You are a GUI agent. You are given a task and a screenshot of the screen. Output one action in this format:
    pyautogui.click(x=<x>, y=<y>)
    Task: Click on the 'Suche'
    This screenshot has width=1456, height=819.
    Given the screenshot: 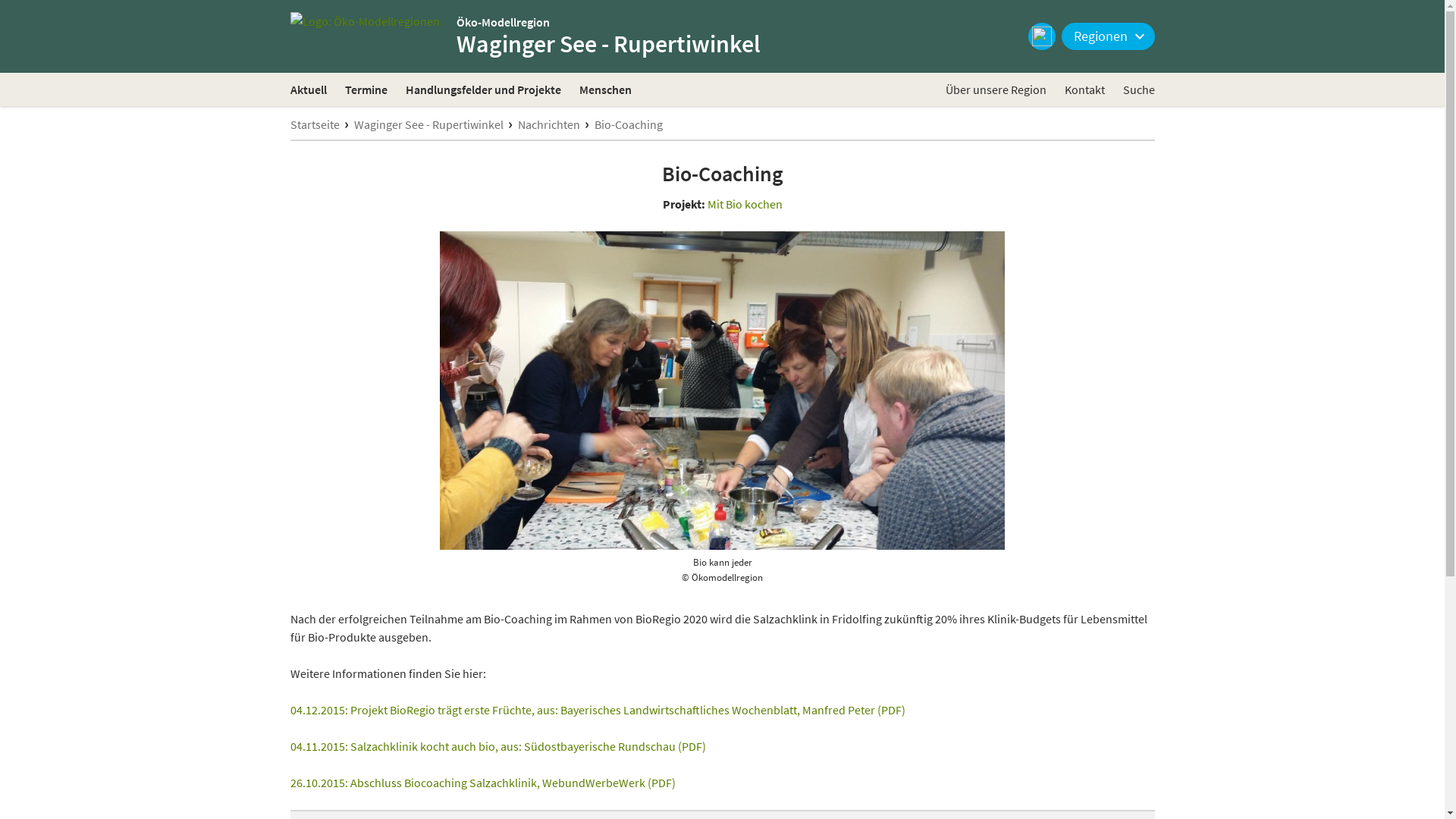 What is the action you would take?
    pyautogui.click(x=1138, y=89)
    